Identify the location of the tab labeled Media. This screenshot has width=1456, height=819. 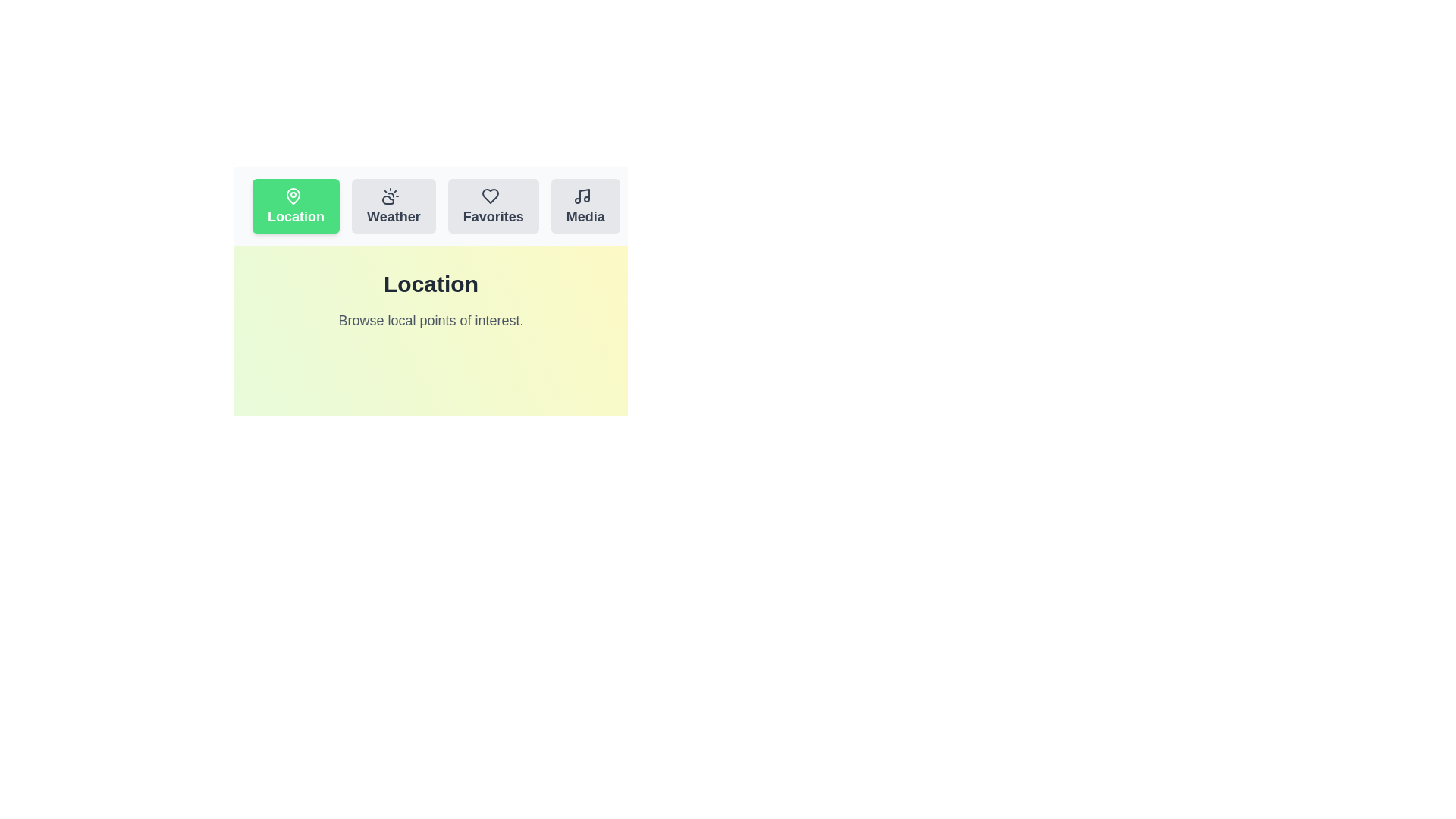
(585, 206).